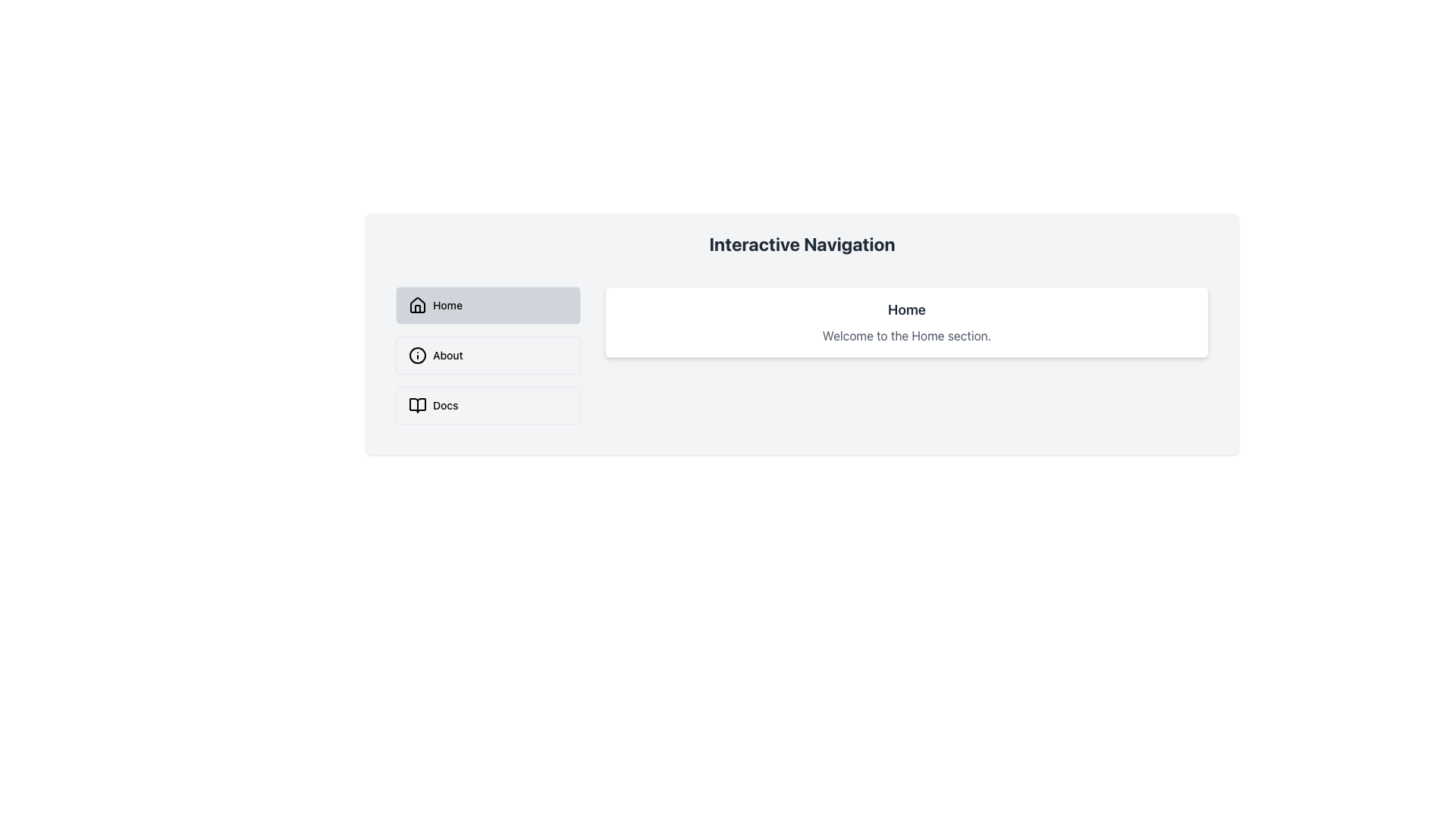  I want to click on the Icon representing the 'About' menu item in the left sidebar navigation, so click(418, 356).